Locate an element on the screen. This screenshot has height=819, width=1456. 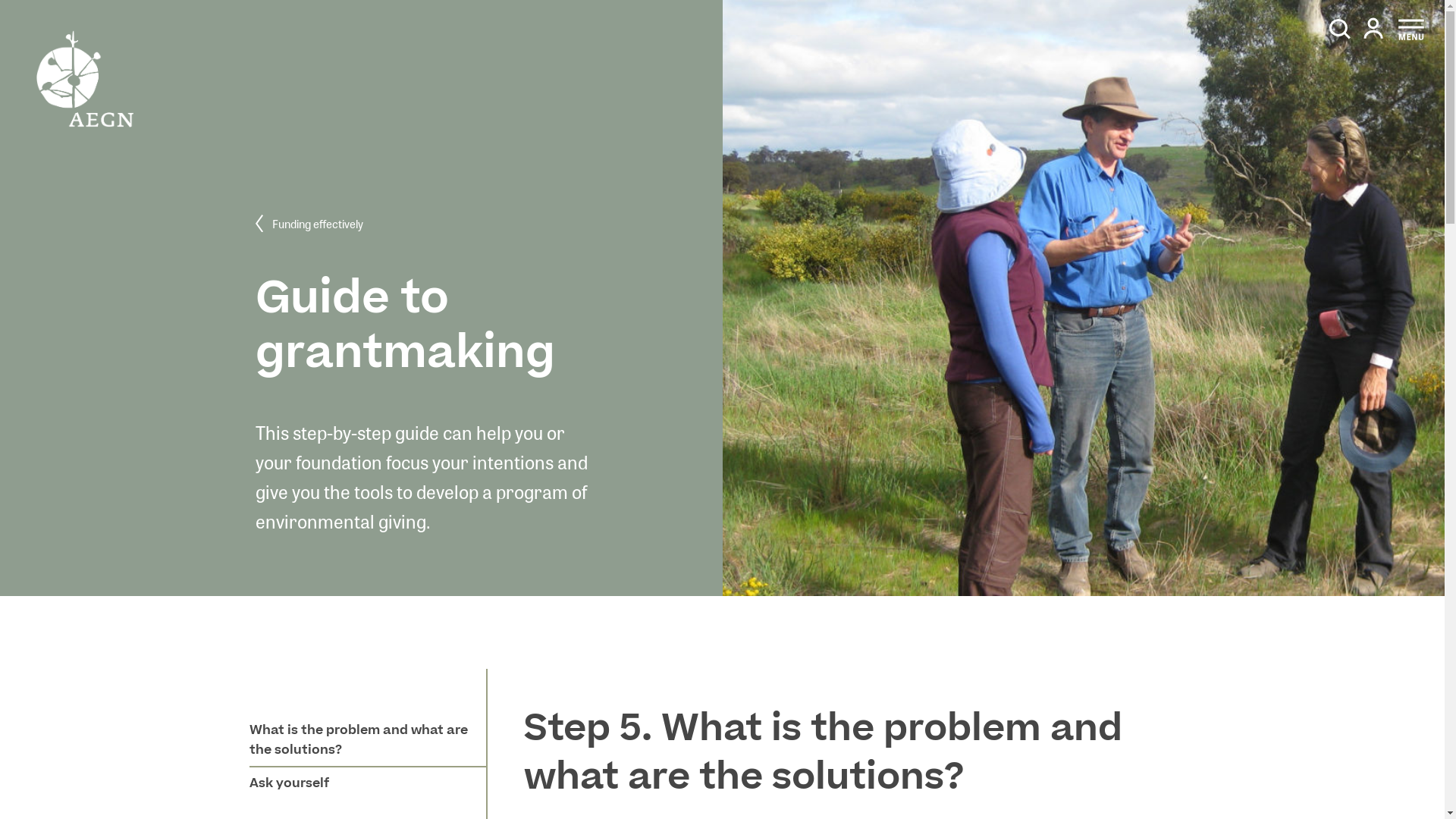
'Funding effectively' is located at coordinates (255, 224).